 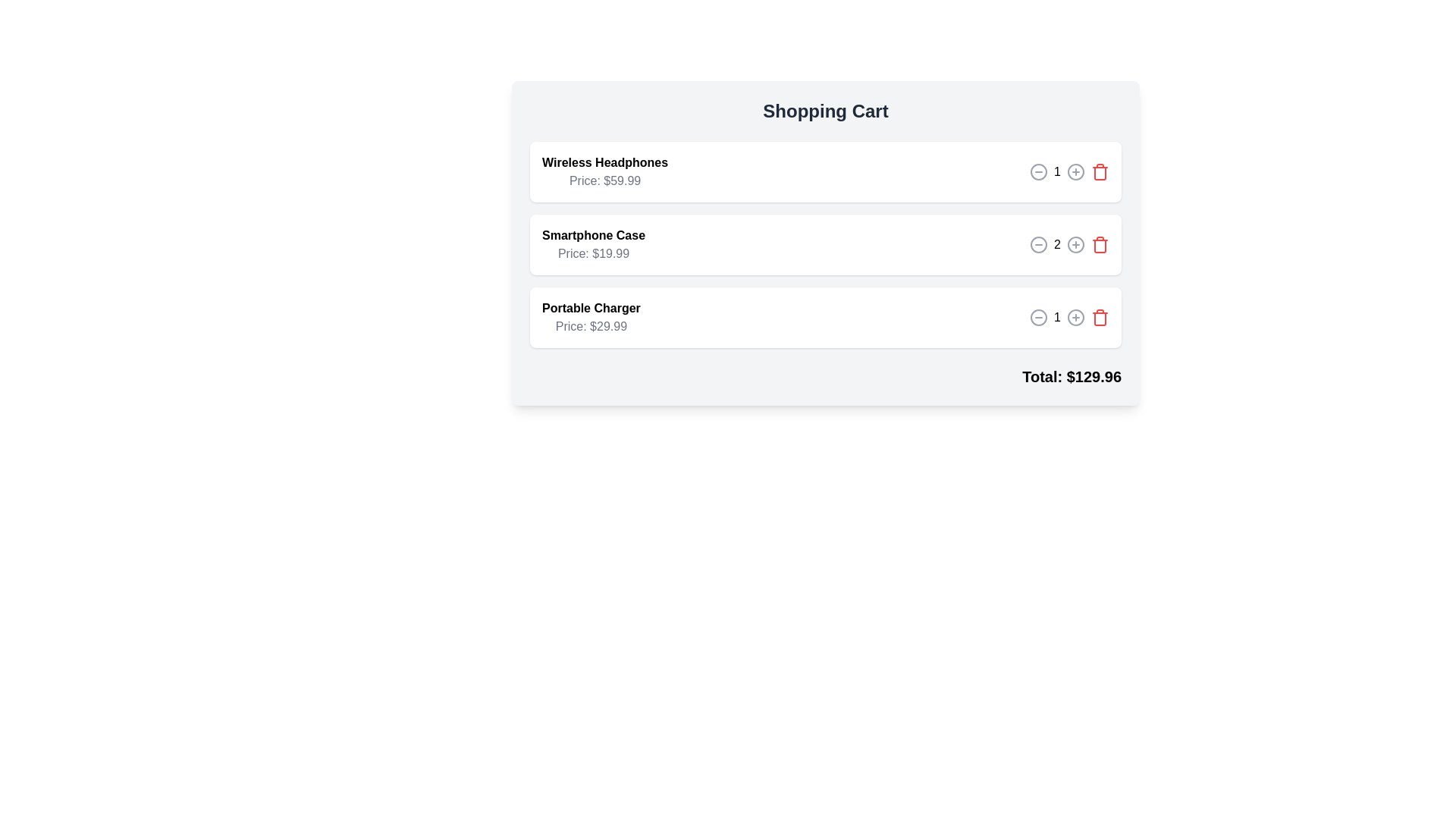 I want to click on plus button for the item identified by Portable Charger, so click(x=1075, y=317).